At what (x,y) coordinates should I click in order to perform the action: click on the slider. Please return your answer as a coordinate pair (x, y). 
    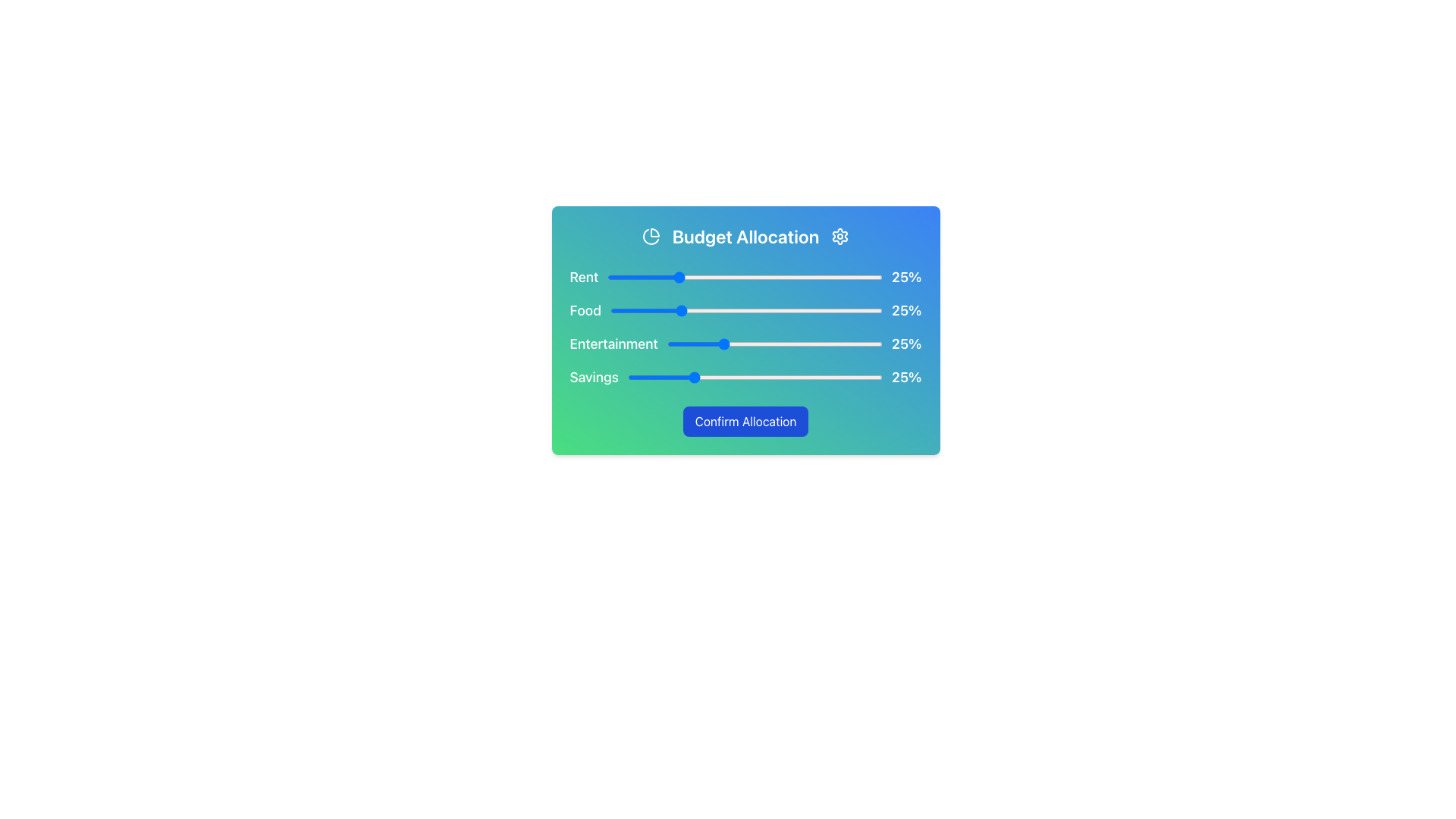
    Looking at the image, I should click on (610, 309).